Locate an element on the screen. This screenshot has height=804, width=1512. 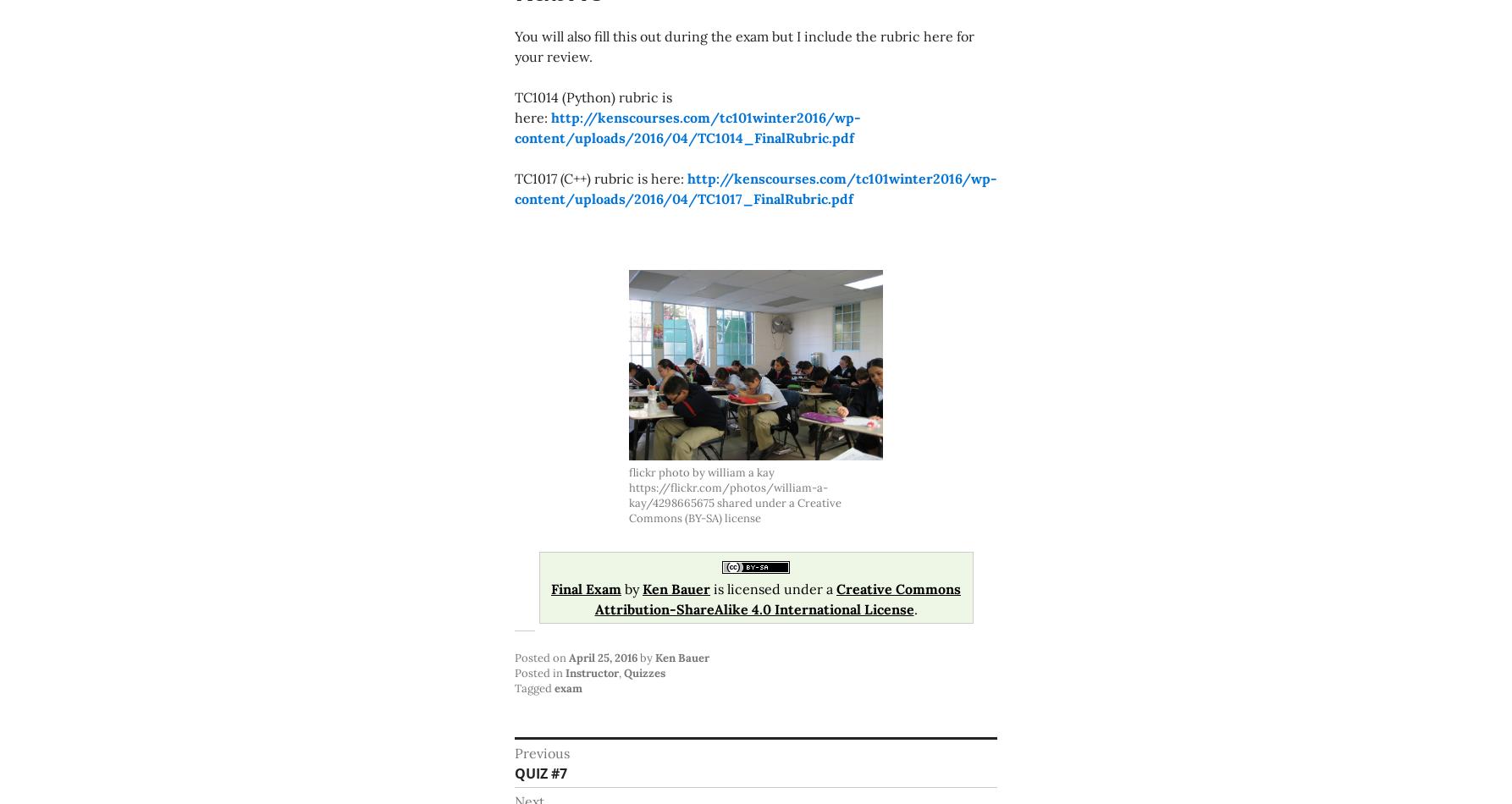
'http://kenscourses.com/tc101winter2016/wp-content/uploads/2016/04/TC1017_FinalRubric.pdf' is located at coordinates (514, 188).